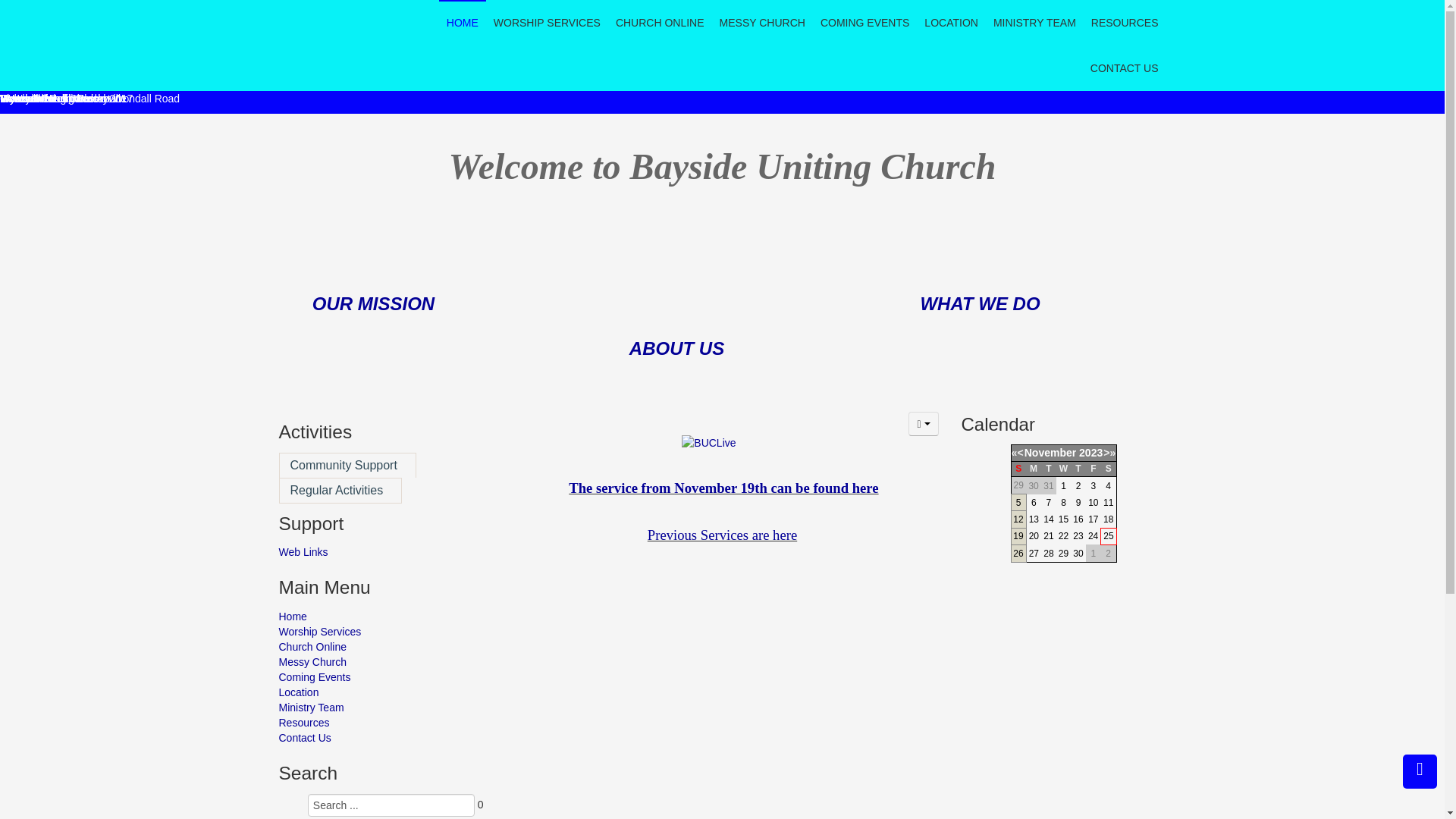  What do you see at coordinates (1090, 23) in the screenshot?
I see `'RESOURCES'` at bounding box center [1090, 23].